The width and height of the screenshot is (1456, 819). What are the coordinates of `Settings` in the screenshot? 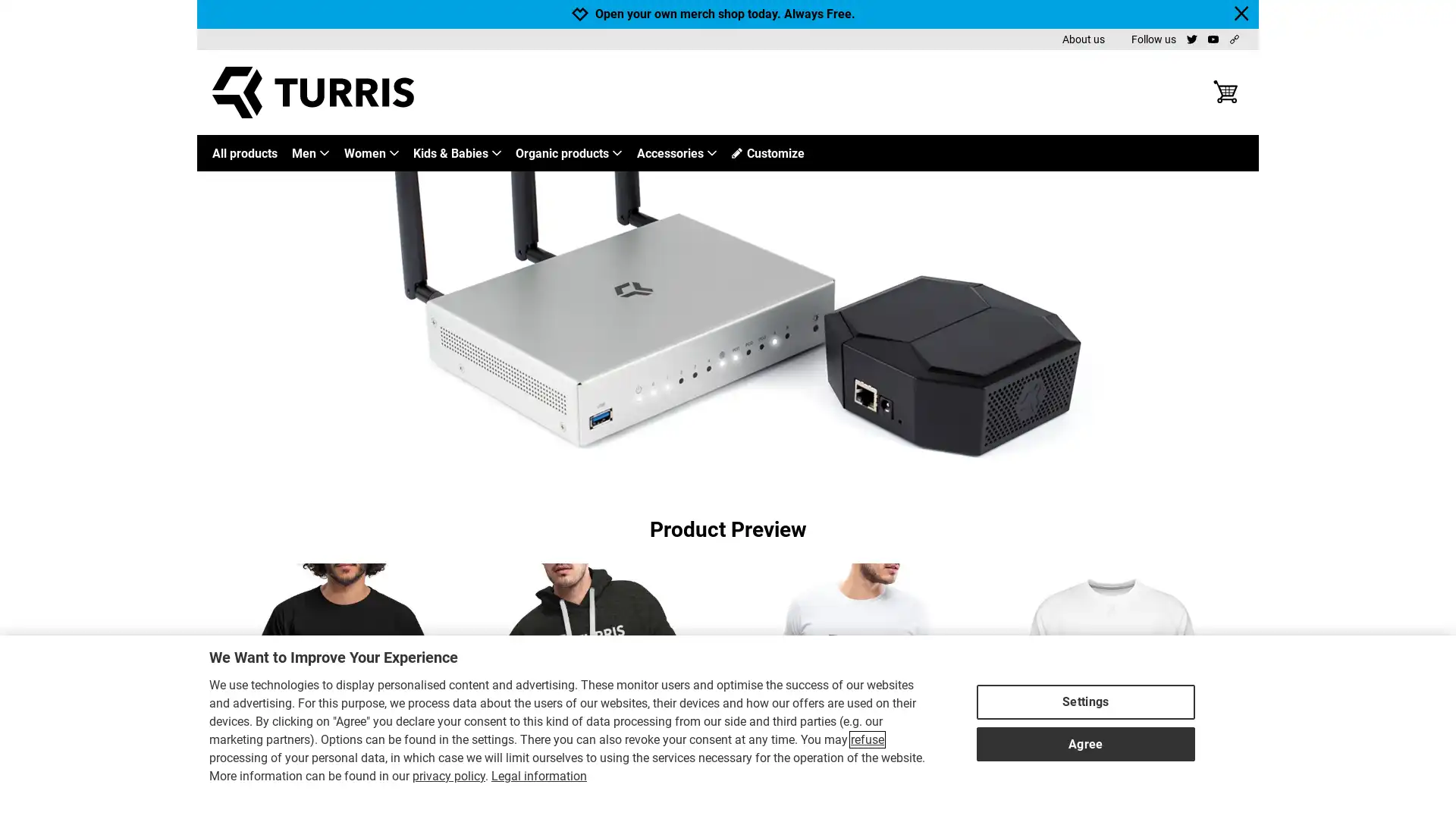 It's located at (1084, 698).